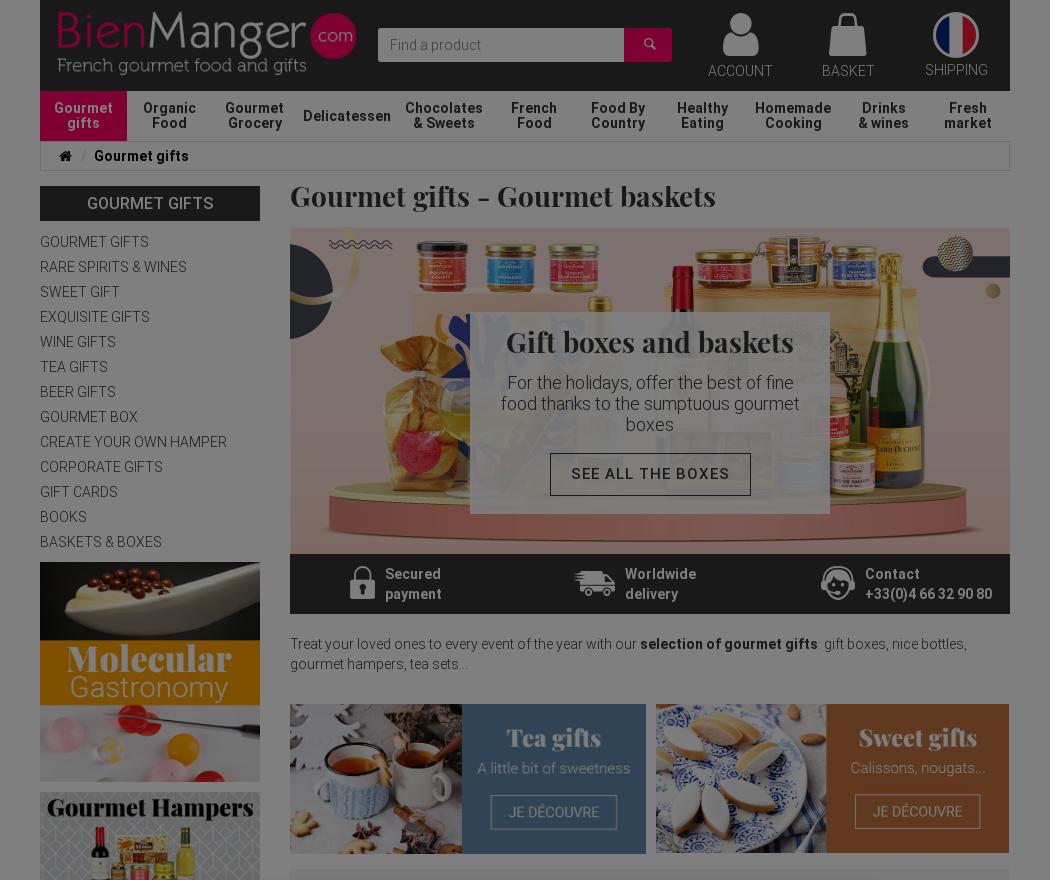 The width and height of the screenshot is (1050, 880). Describe the element at coordinates (504, 340) in the screenshot. I see `'Gift boxes and baskets'` at that location.